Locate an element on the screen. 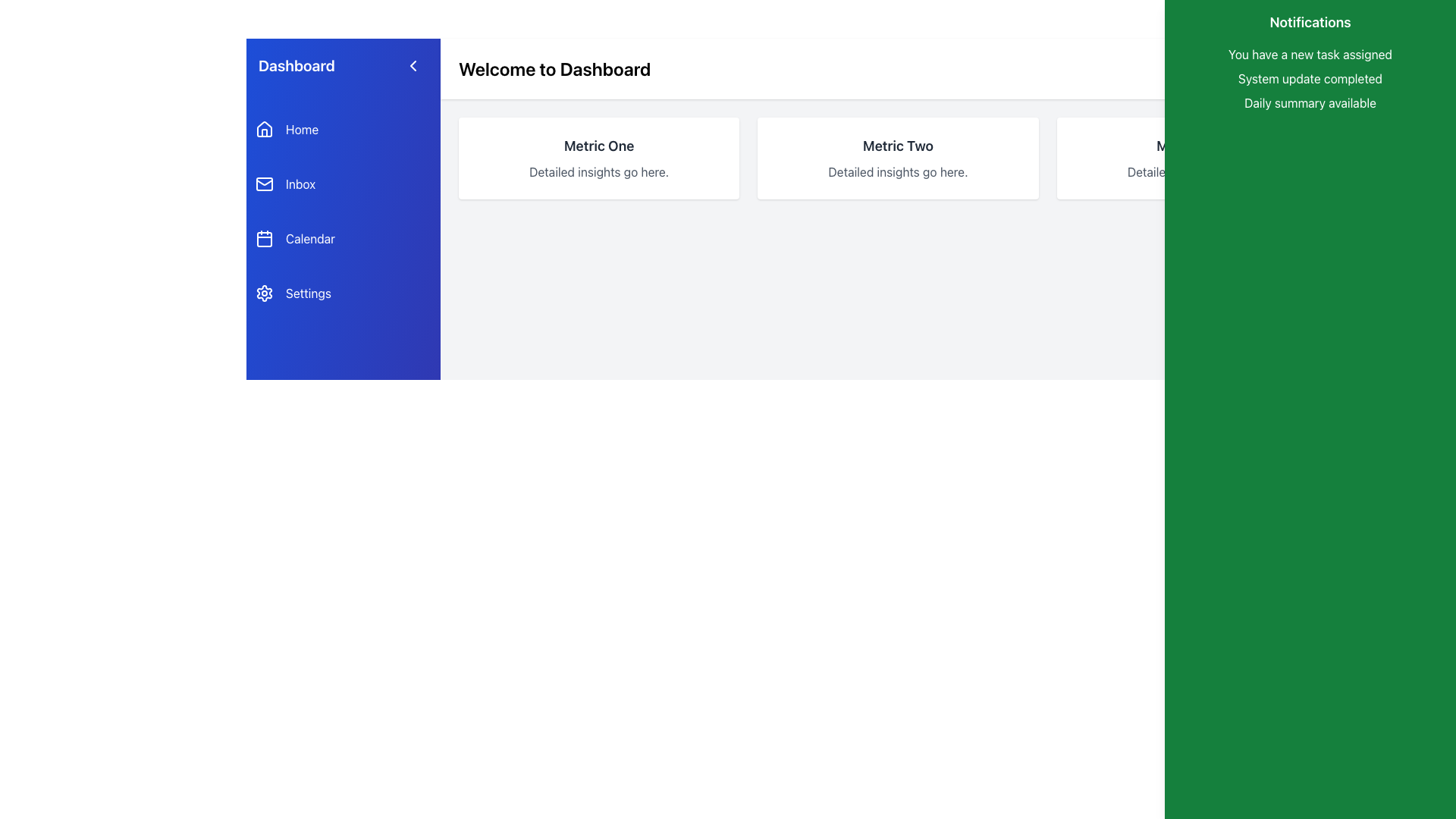 The image size is (1456, 819). the 'Home' text label in the vertical navigation menu, which is styled in white font on a blue background and located next to a house icon is located at coordinates (302, 128).